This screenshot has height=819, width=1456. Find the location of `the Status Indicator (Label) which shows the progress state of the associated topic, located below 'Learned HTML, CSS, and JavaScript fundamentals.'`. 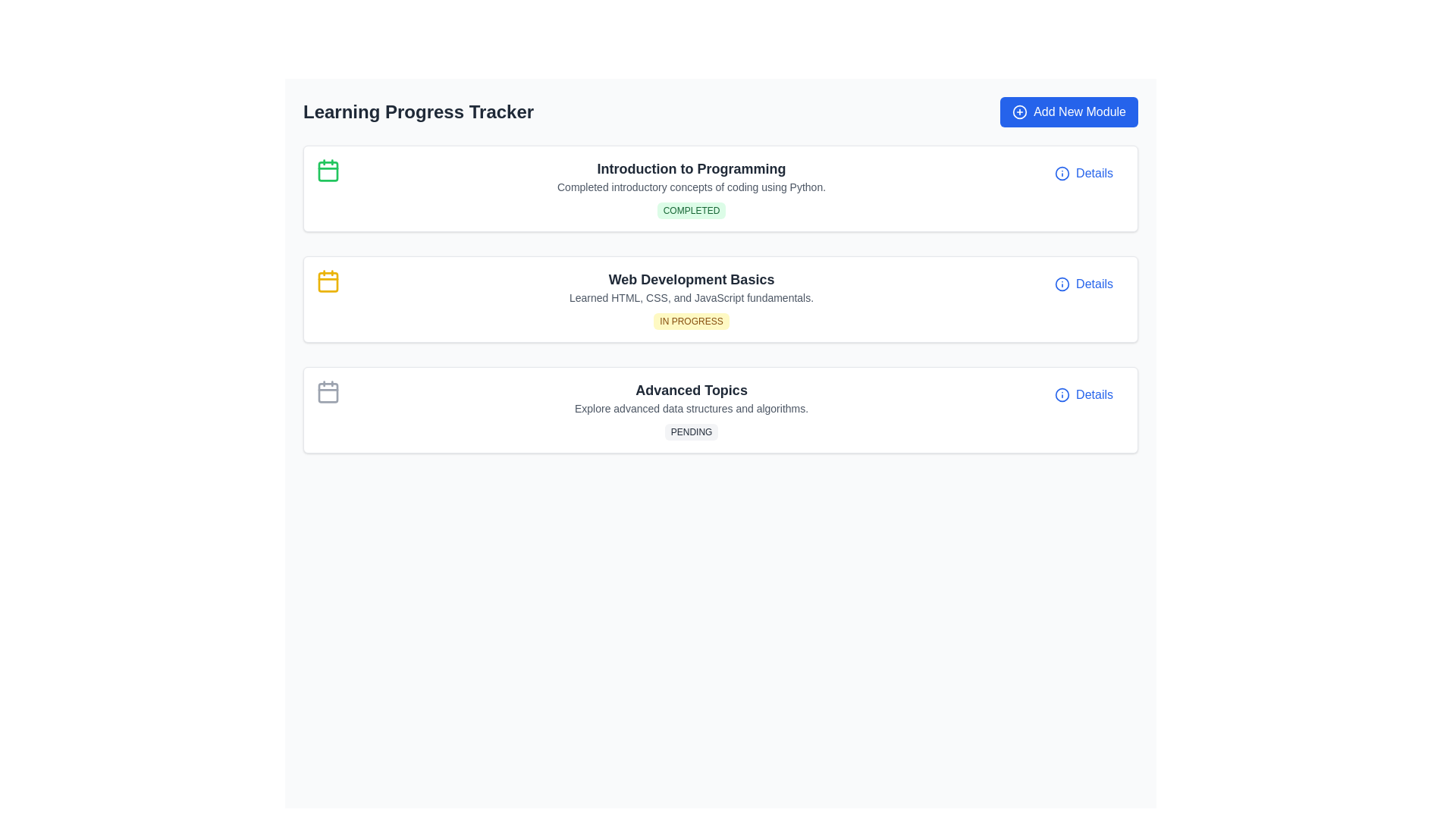

the Status Indicator (Label) which shows the progress state of the associated topic, located below 'Learned HTML, CSS, and JavaScript fundamentals.' is located at coordinates (691, 321).